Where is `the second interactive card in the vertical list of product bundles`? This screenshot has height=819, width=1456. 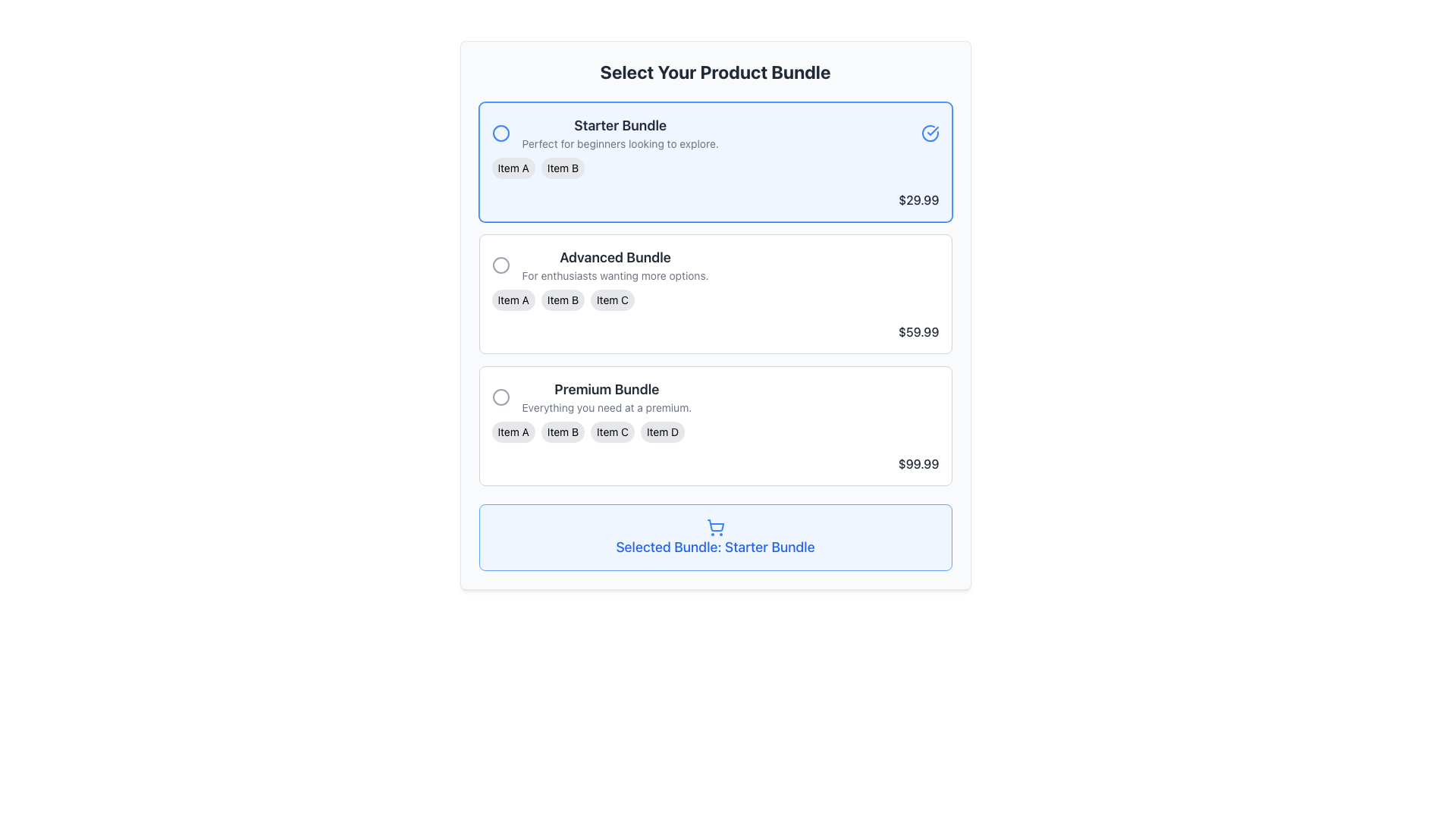 the second interactive card in the vertical list of product bundles is located at coordinates (714, 294).